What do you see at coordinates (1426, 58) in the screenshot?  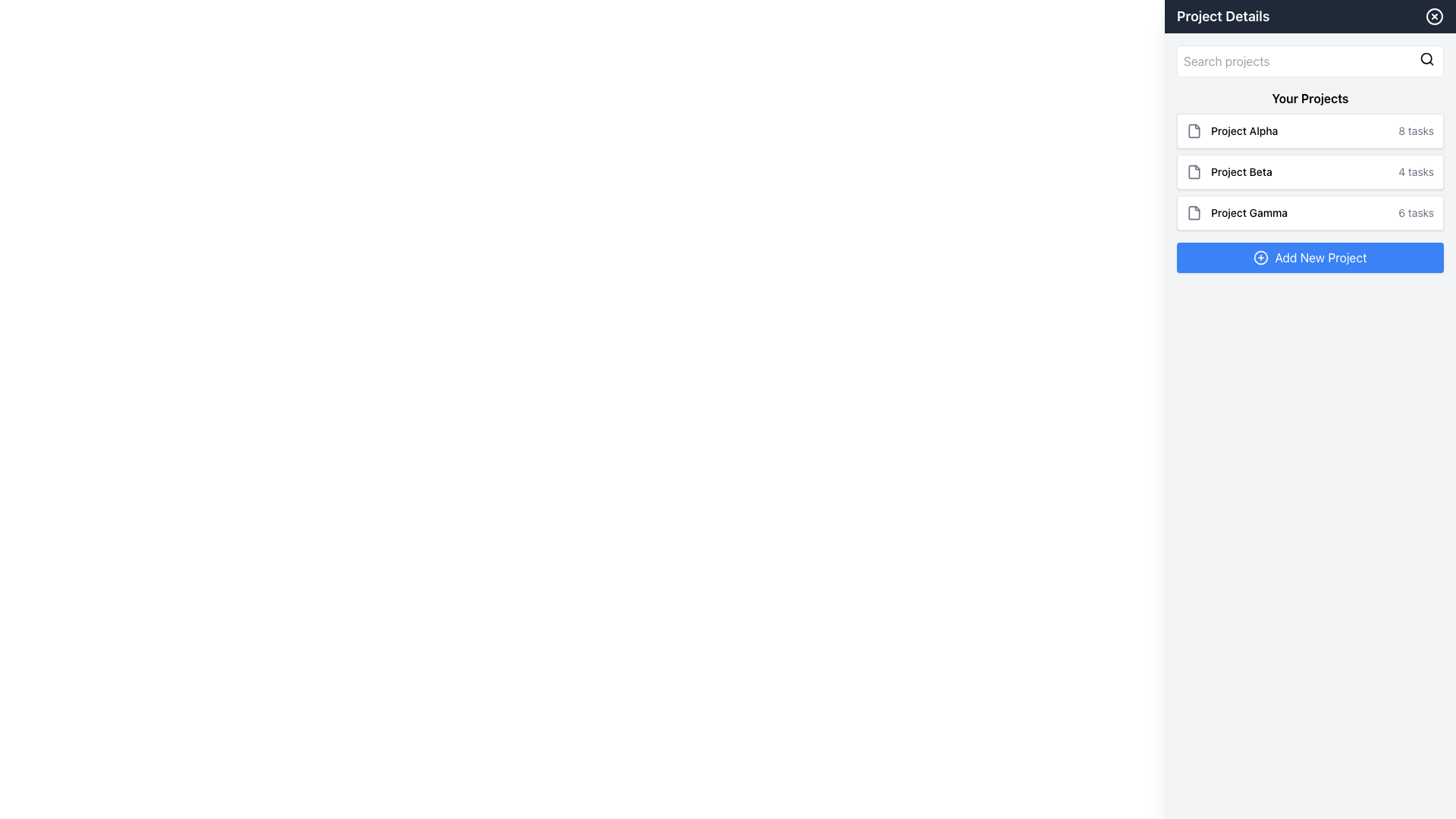 I see `the small magnifying glass icon located in the top right corner of the 'Search projects' input field within the 'Project Details' panel` at bounding box center [1426, 58].